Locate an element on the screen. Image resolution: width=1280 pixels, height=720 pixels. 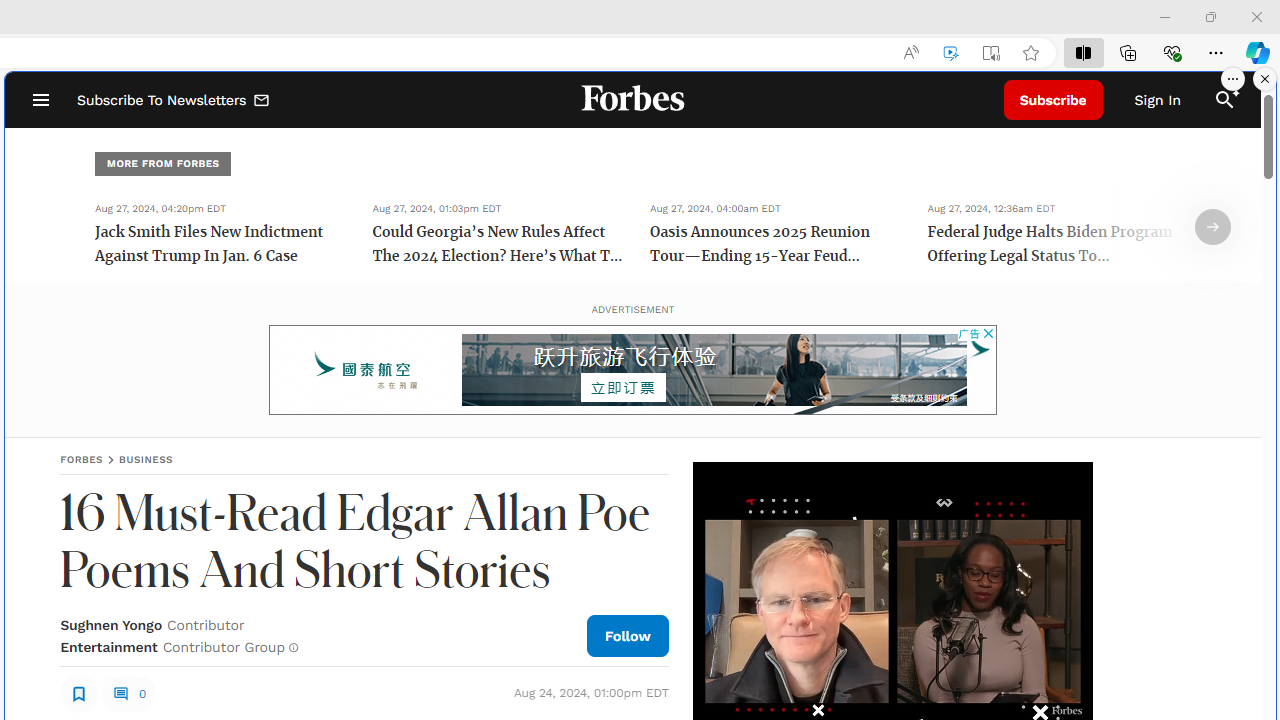
'Class: fs-icon fs-icon--arrow-right' is located at coordinates (1211, 226).